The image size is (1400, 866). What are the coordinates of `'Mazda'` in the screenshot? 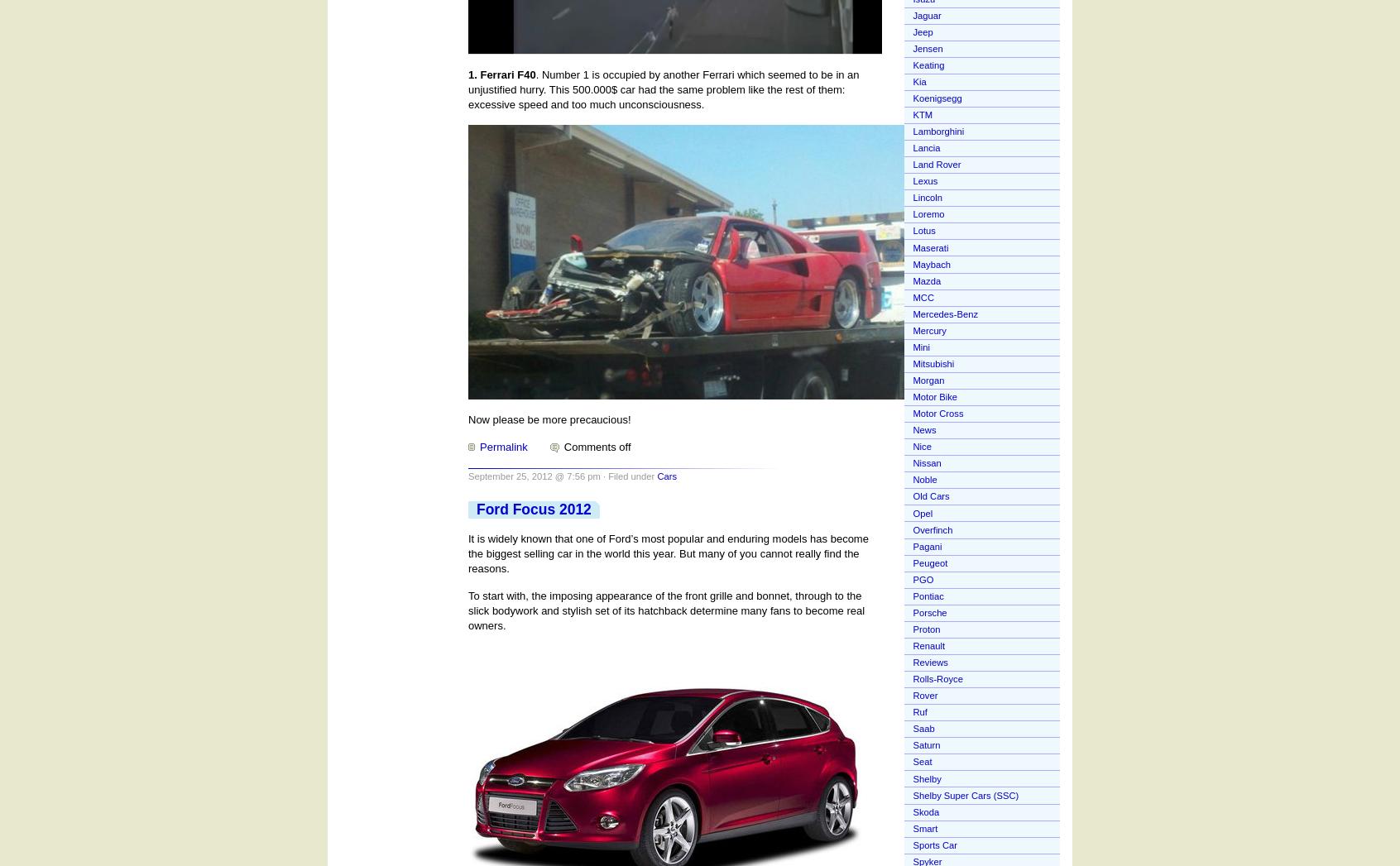 It's located at (913, 280).